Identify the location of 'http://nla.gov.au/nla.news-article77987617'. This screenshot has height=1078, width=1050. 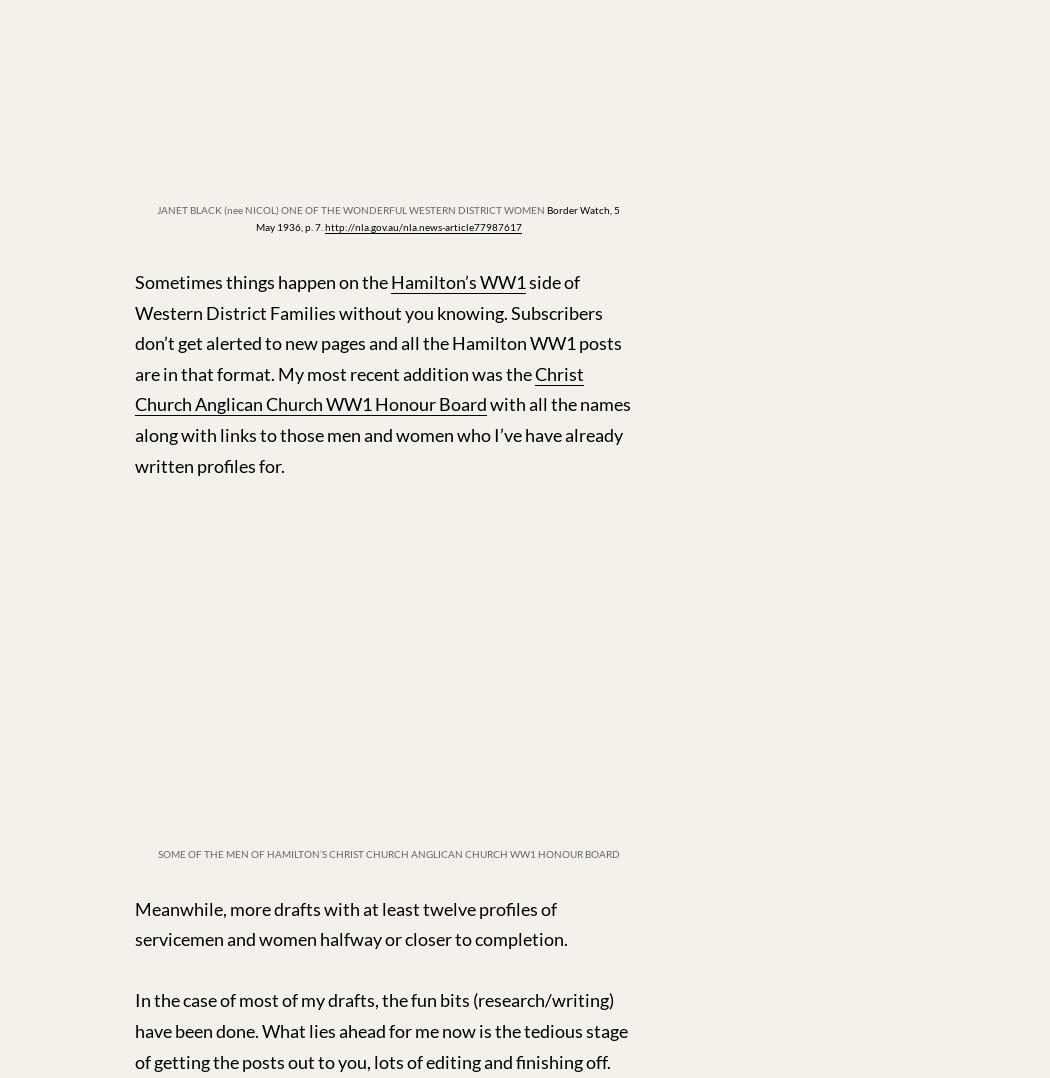
(421, 227).